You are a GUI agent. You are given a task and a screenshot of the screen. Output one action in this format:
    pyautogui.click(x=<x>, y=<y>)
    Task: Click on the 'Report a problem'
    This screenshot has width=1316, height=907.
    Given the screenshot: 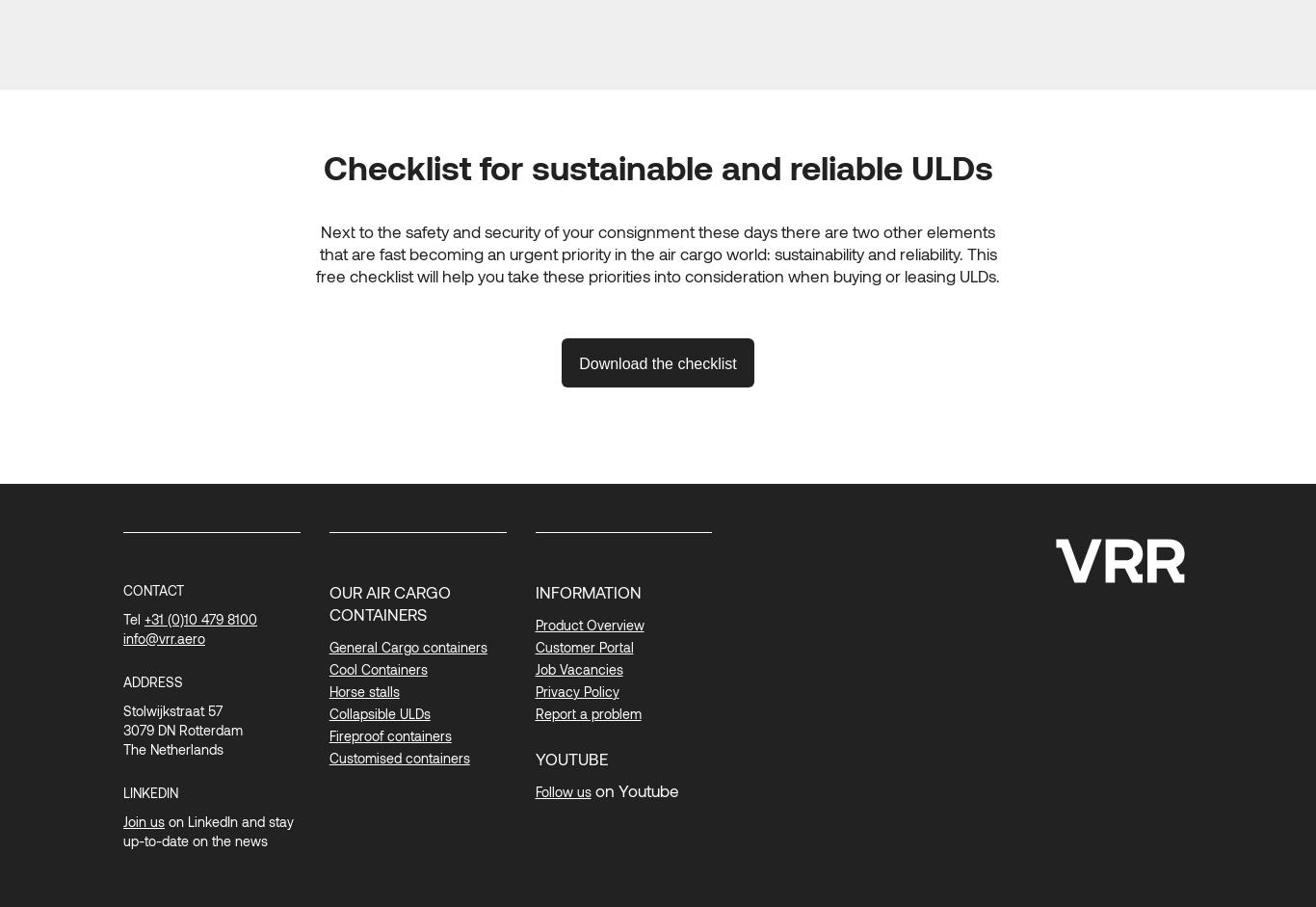 What is the action you would take?
    pyautogui.click(x=535, y=711)
    